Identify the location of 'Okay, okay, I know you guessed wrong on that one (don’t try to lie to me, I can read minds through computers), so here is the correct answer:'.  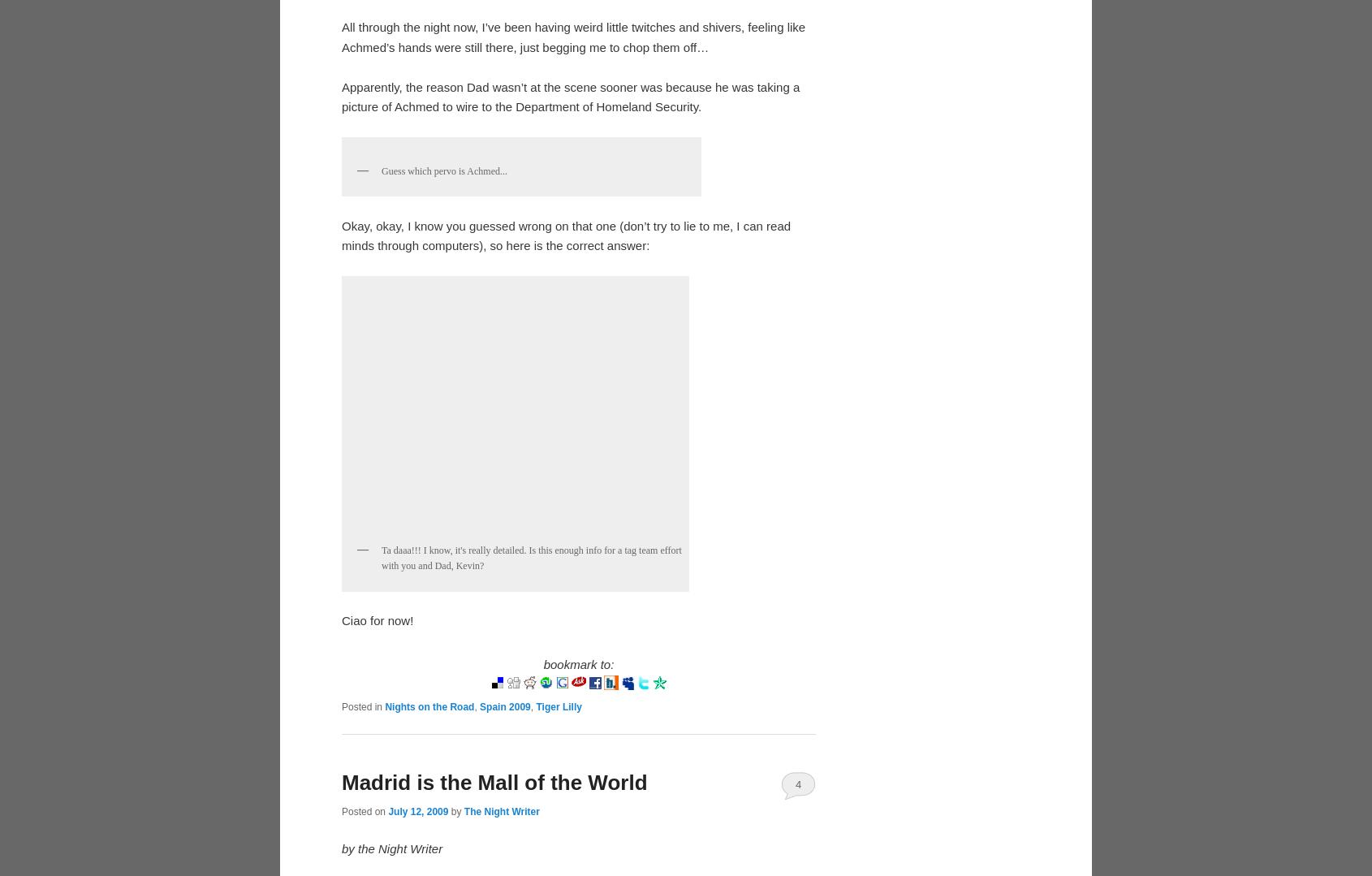
(565, 751).